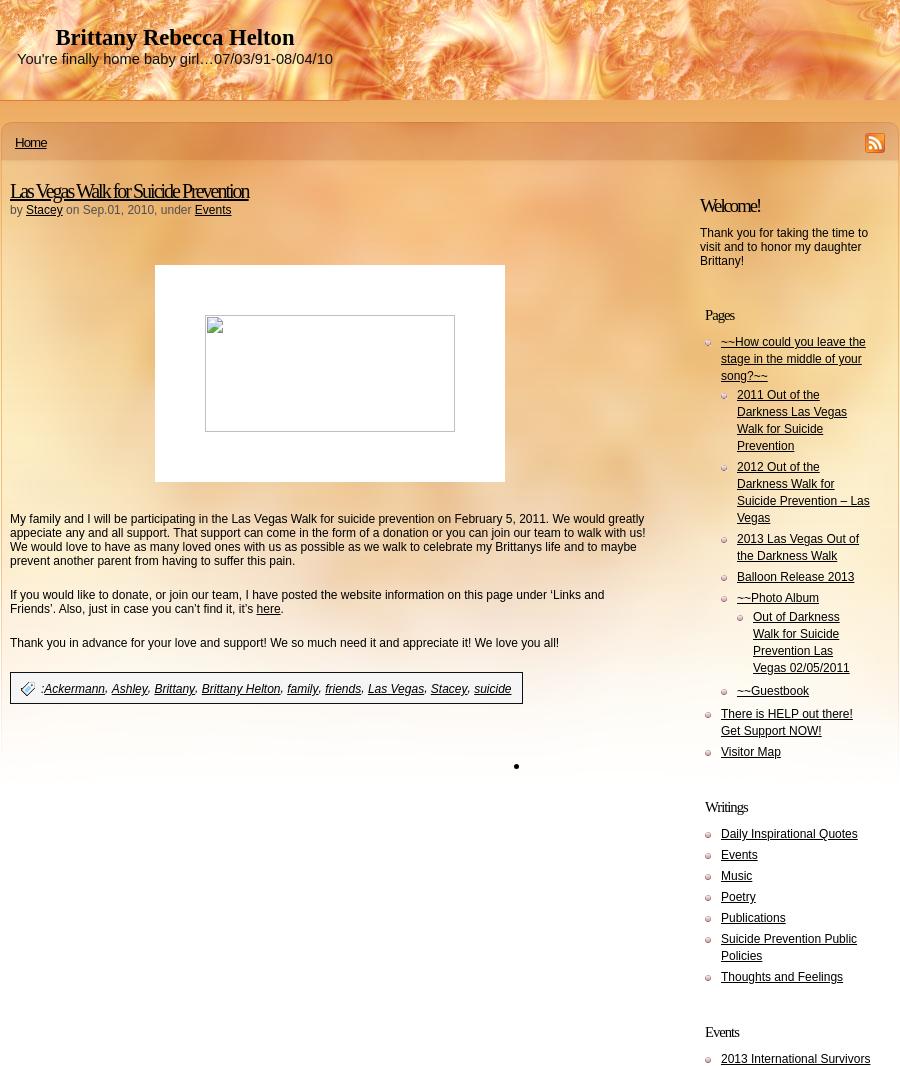  I want to click on 'Out of Darkness Walk for Suicide Prevention Las Vegas 02/05/2011', so click(801, 641).